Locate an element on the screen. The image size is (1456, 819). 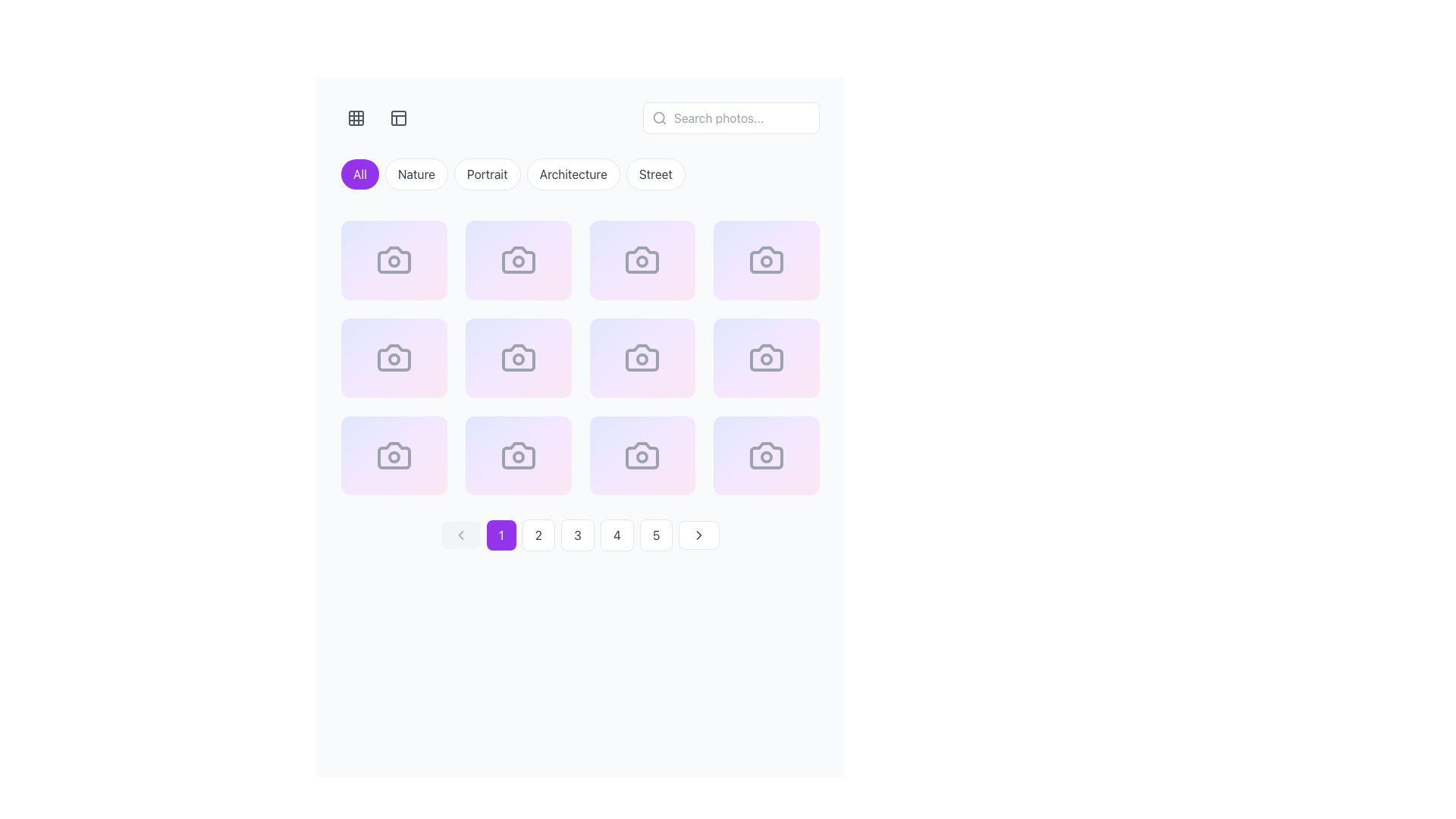
the camera icon located in the fourth column of the third row in a grid layout, which represents an image or photo-related feature is located at coordinates (767, 358).